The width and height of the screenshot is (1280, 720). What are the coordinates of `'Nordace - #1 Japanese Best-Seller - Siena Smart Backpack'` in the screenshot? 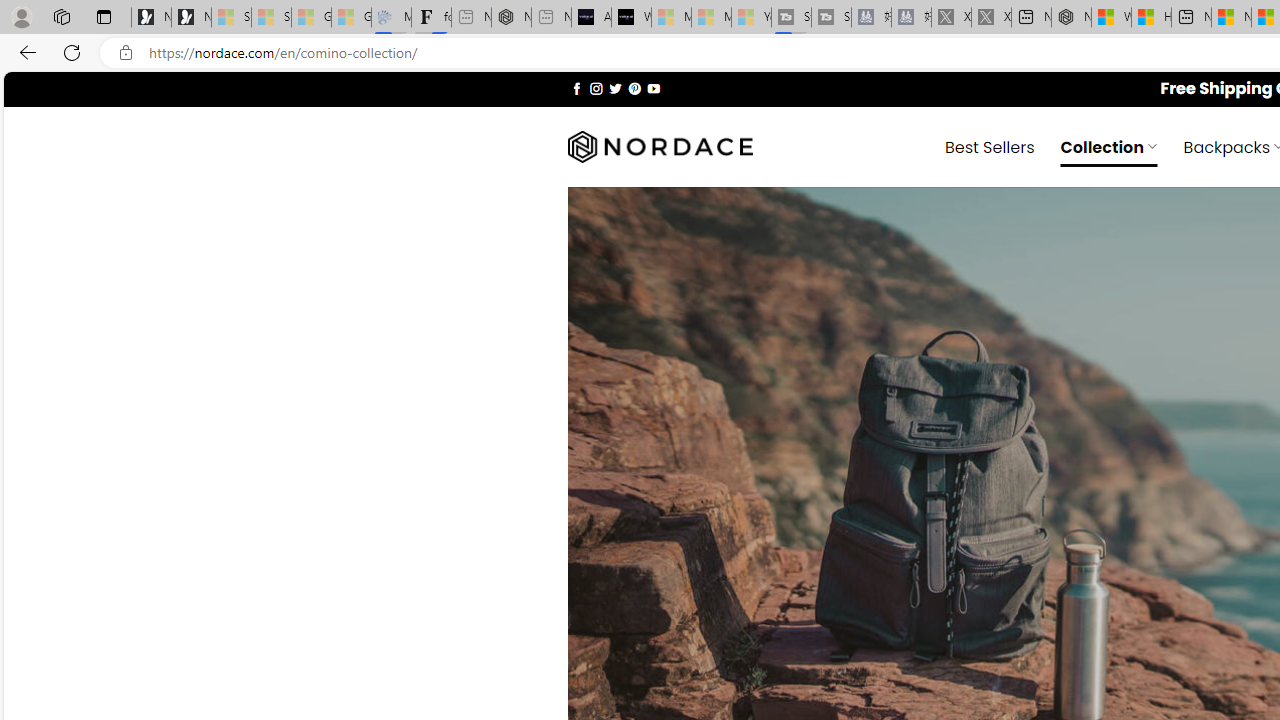 It's located at (511, 17).